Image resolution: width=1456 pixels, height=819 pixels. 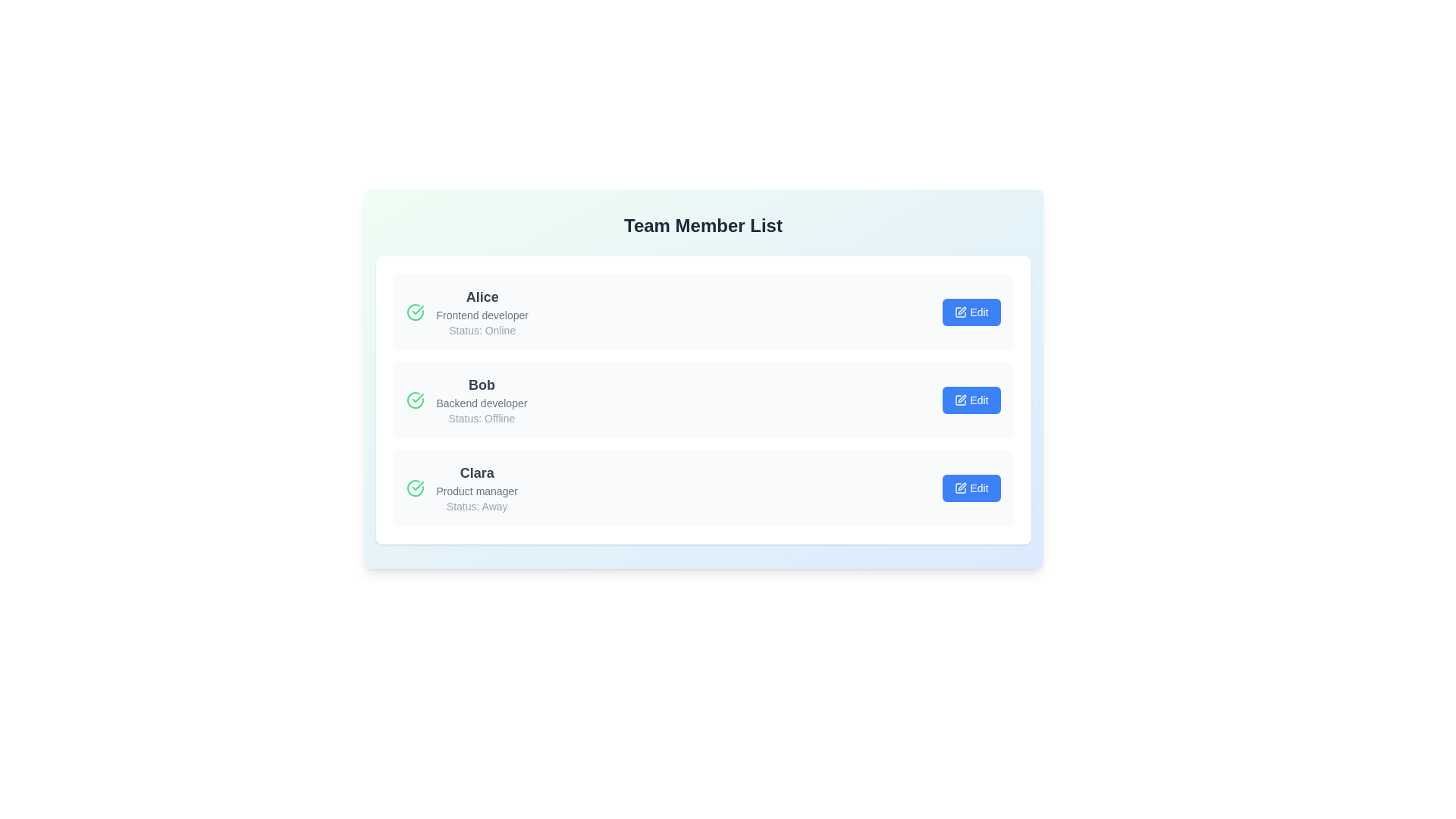 What do you see at coordinates (971, 312) in the screenshot?
I see `'Edit' button for the user Alice` at bounding box center [971, 312].